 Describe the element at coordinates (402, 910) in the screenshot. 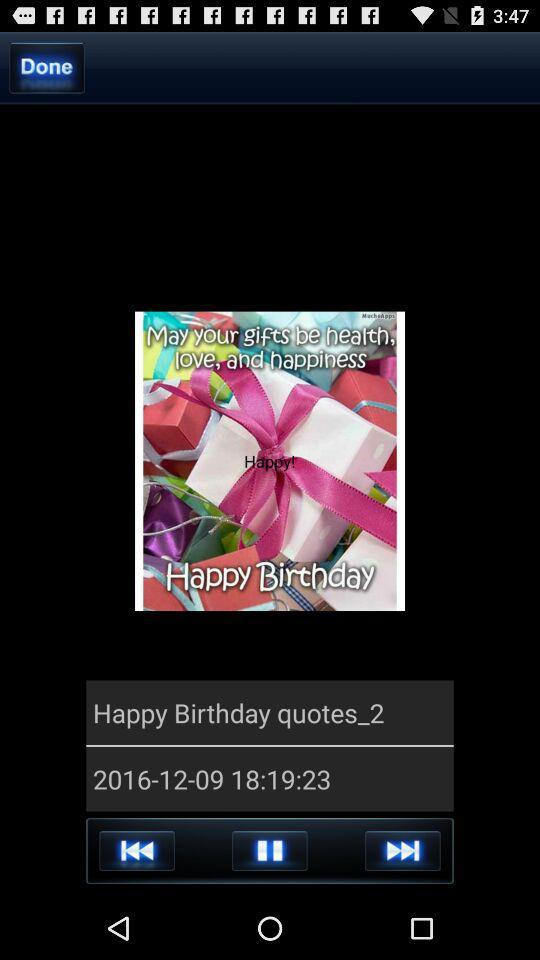

I see `the skip_next icon` at that location.